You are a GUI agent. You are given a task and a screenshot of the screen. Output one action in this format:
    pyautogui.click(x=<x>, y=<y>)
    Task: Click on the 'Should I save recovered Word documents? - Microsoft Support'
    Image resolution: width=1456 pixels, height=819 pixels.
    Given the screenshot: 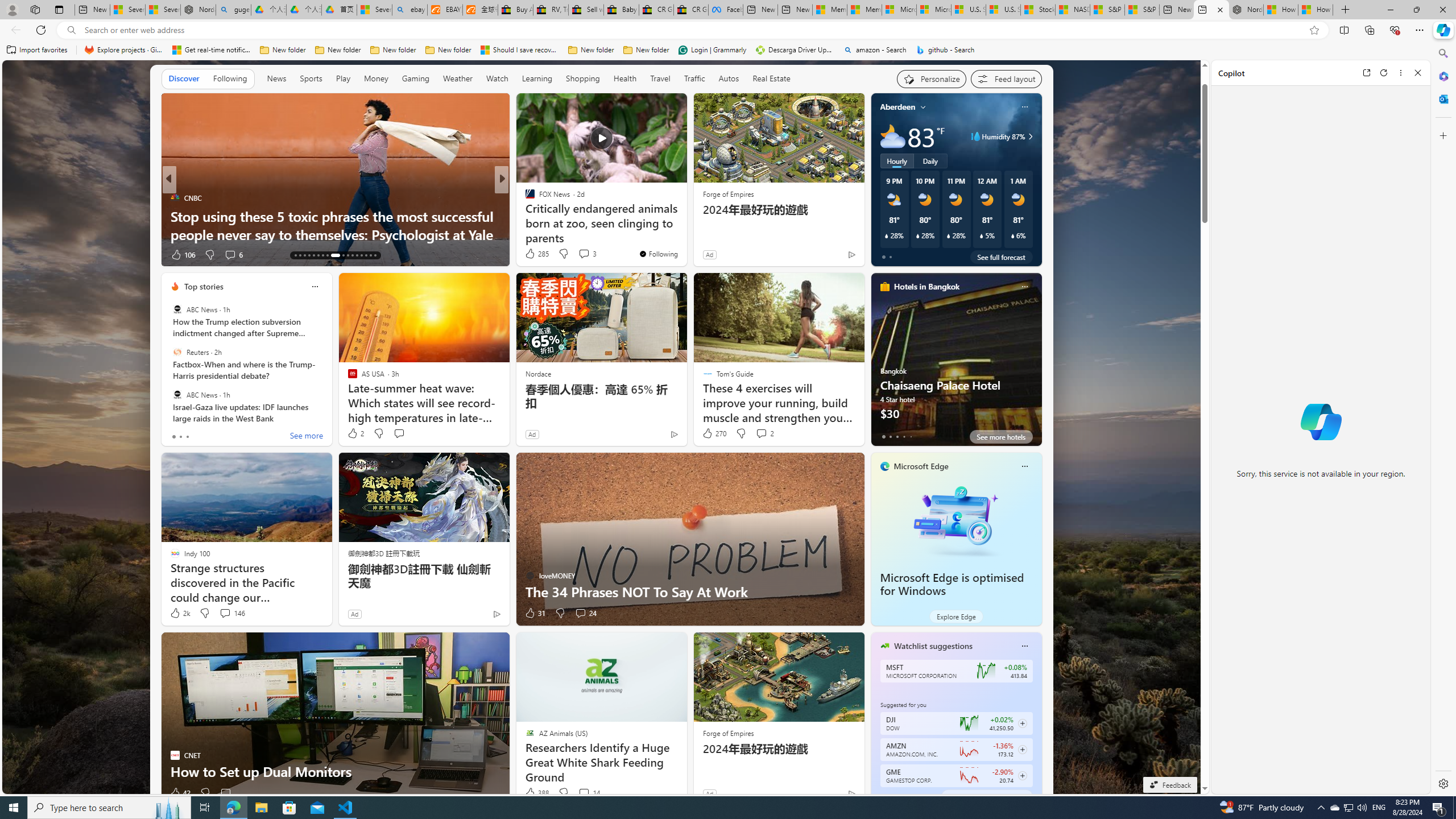 What is the action you would take?
    pyautogui.click(x=519, y=49)
    